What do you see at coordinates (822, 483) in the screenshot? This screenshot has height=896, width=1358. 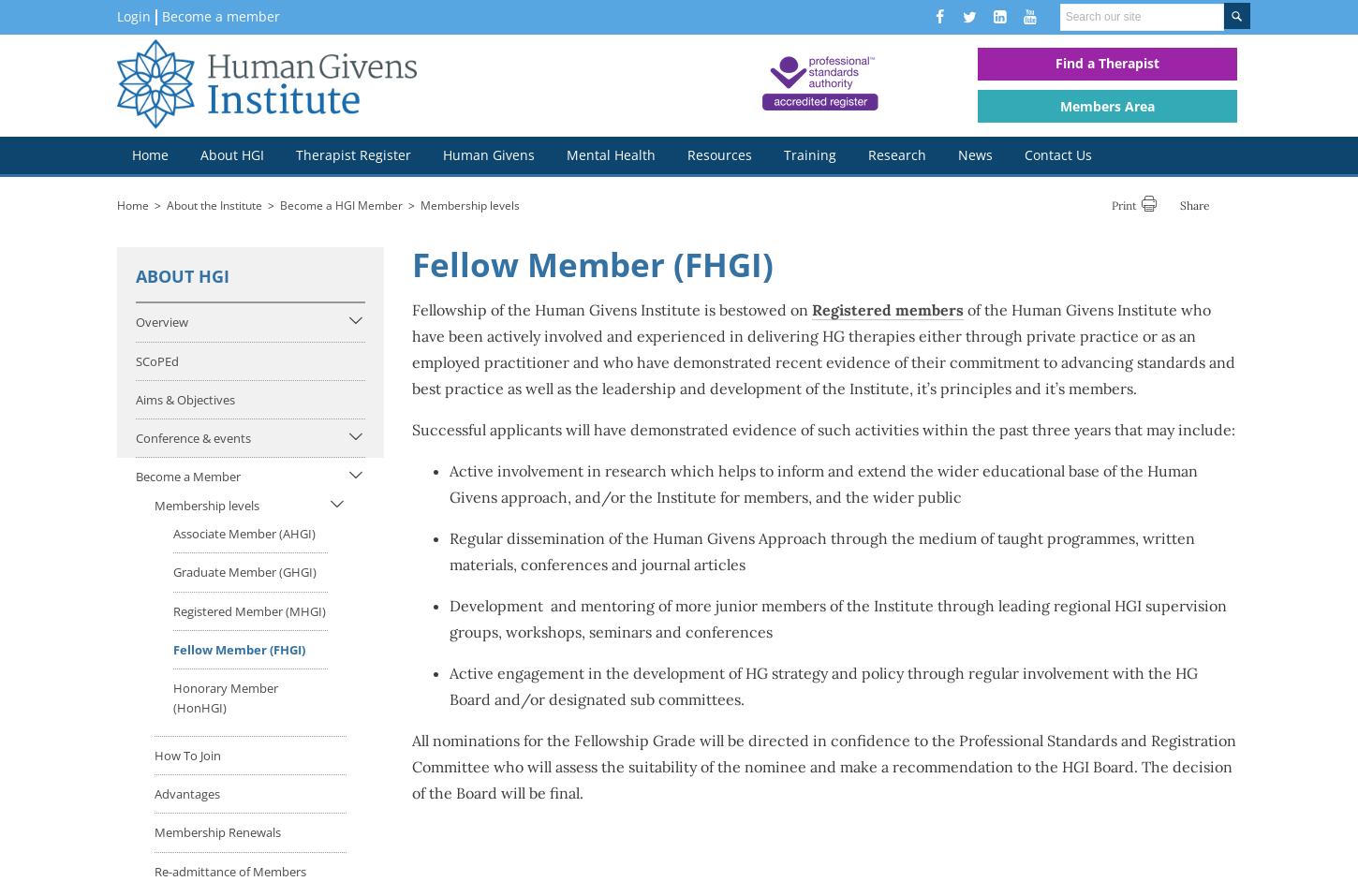 I see `'Active involvement in research which helps to inform and extend the wider educational base of the Human Givens approach, and/or the Institute for members, and the wider public'` at bounding box center [822, 483].